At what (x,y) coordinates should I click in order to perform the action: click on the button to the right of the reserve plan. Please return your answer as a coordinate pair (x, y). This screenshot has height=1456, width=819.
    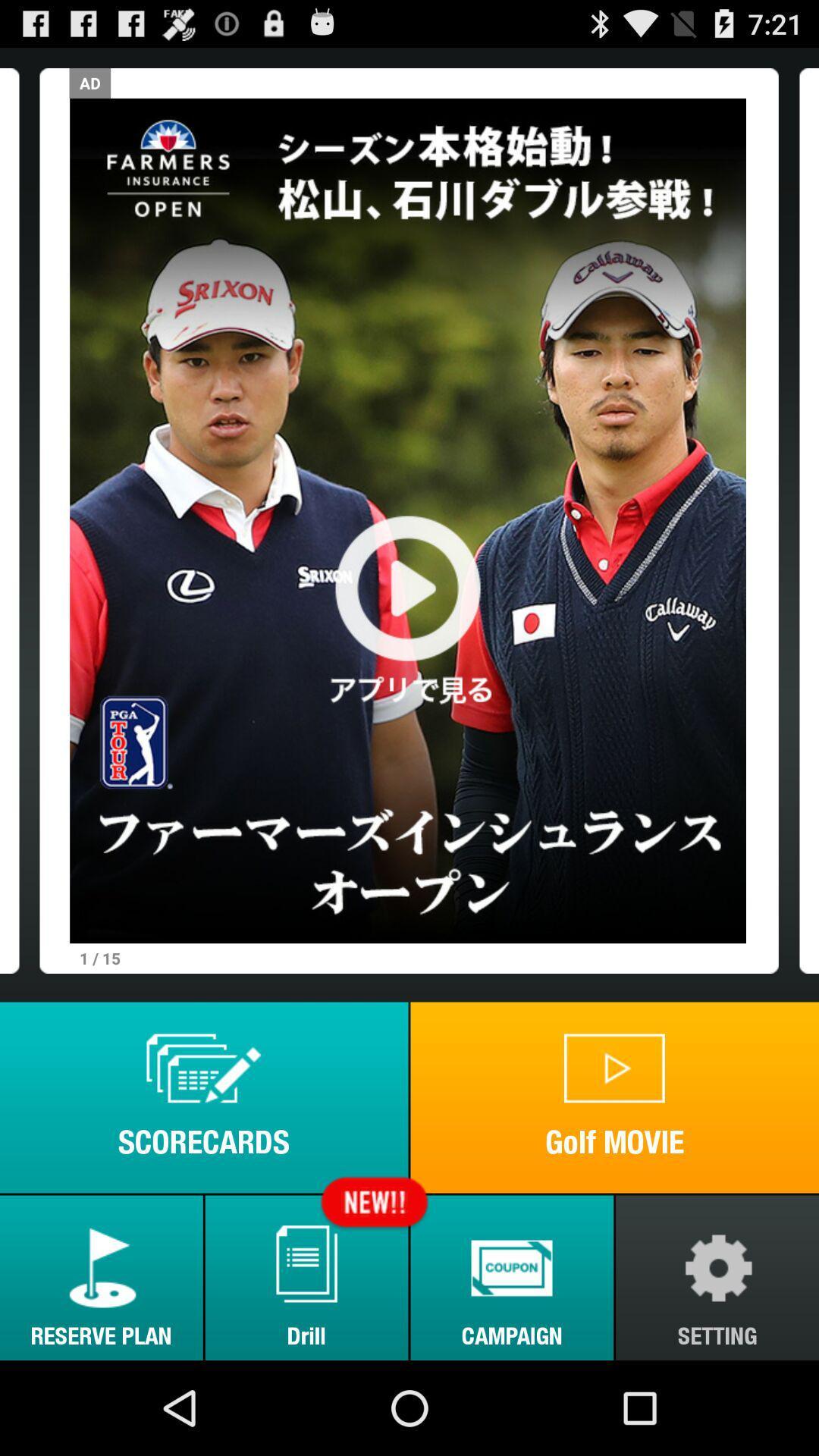
    Looking at the image, I should click on (306, 1277).